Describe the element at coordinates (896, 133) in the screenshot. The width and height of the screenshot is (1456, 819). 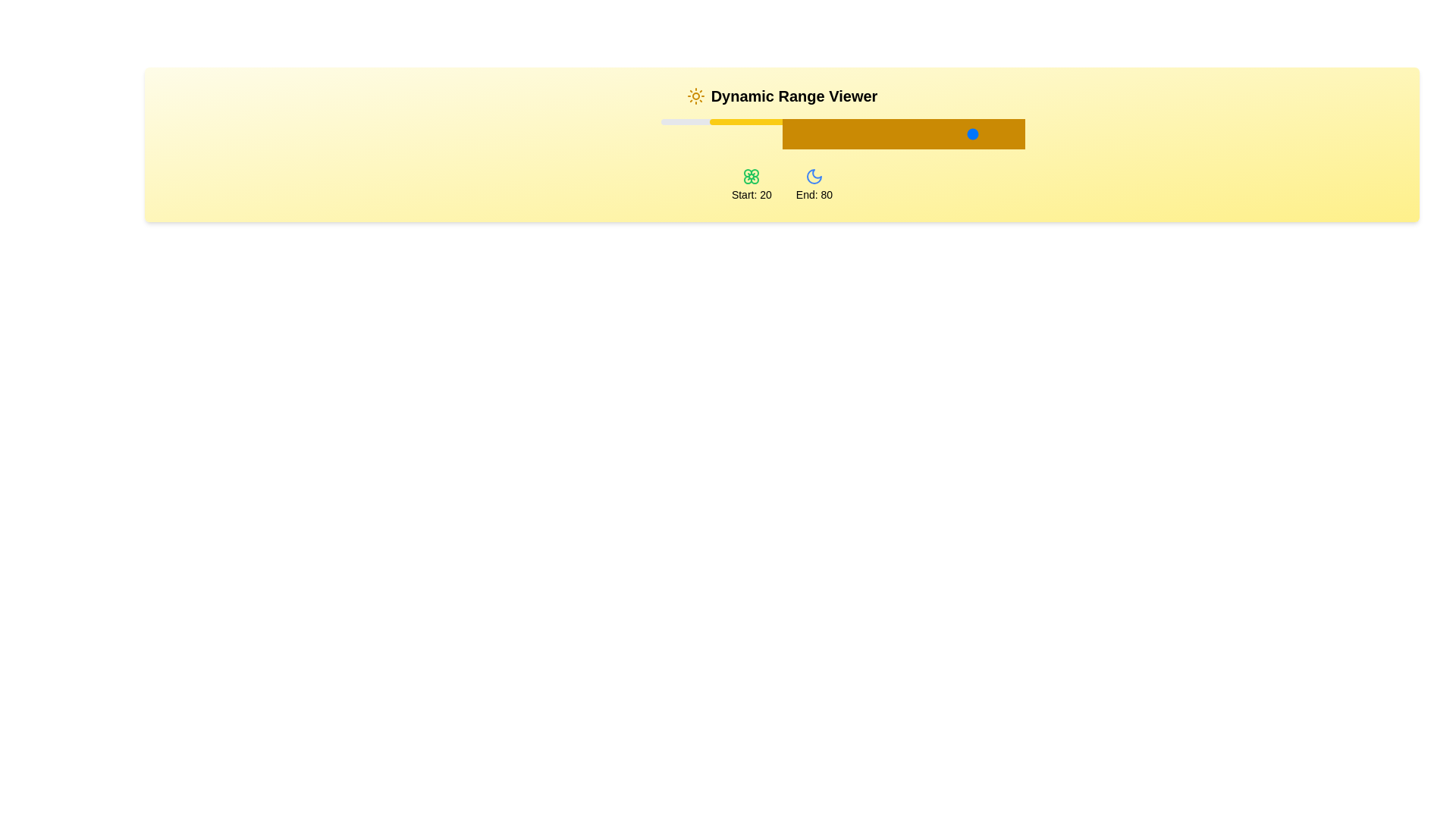
I see `the slider value` at that location.